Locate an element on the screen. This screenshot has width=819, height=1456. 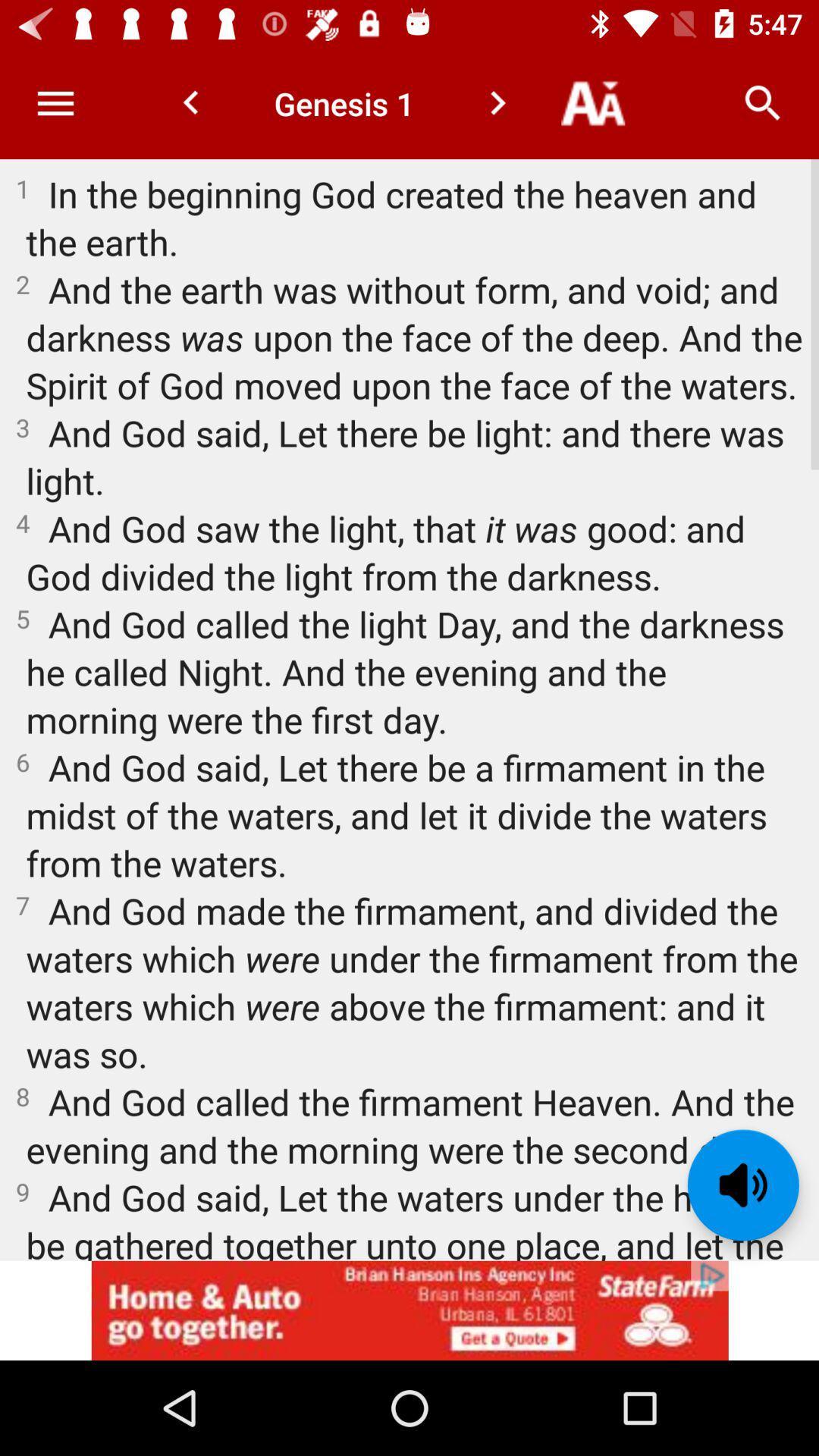
the volume option is located at coordinates (742, 1185).